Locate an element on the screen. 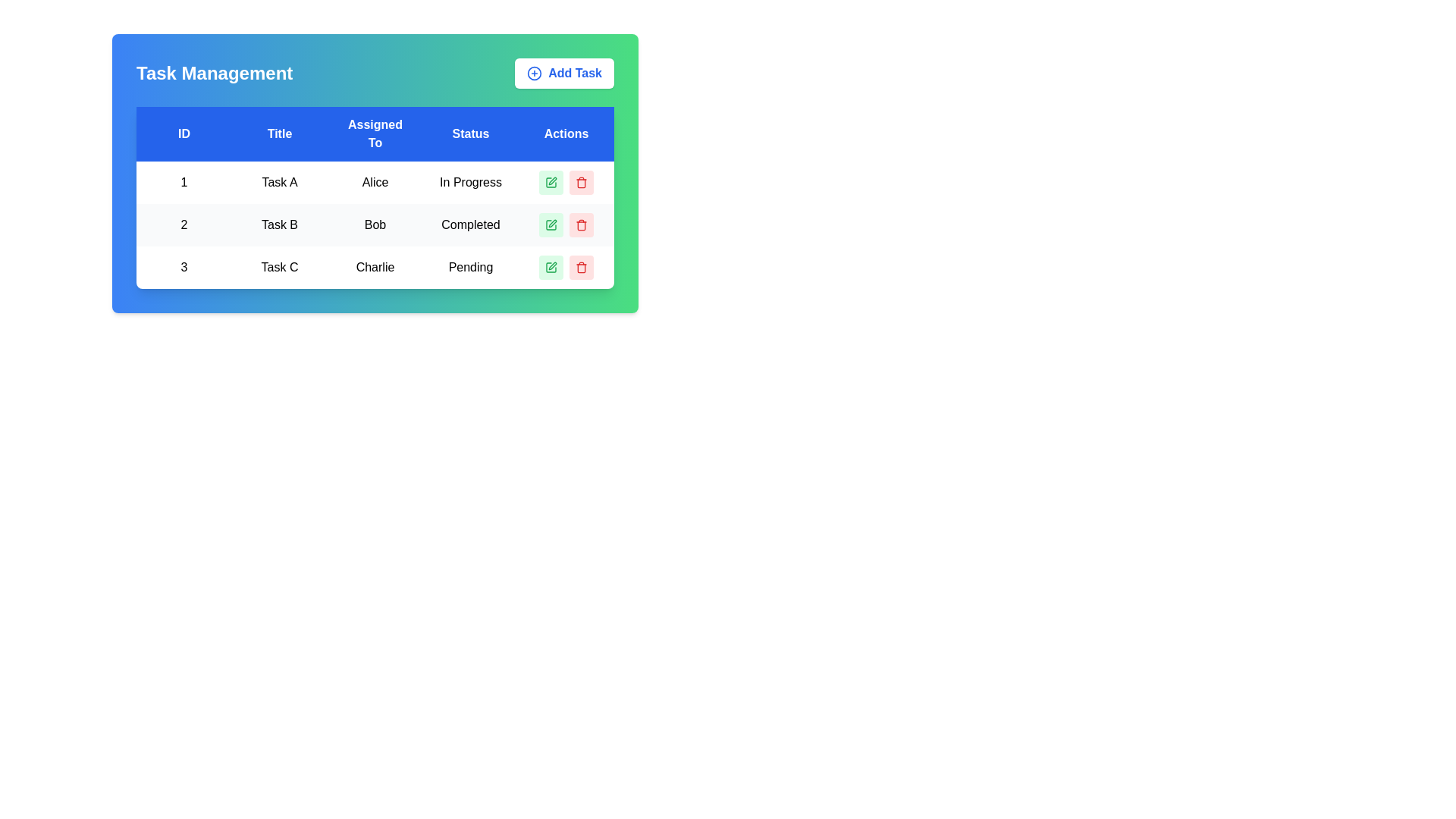 This screenshot has width=1456, height=819. the edit button for 'Task C', which is the second button from the left in the Actions column of the table is located at coordinates (552, 265).